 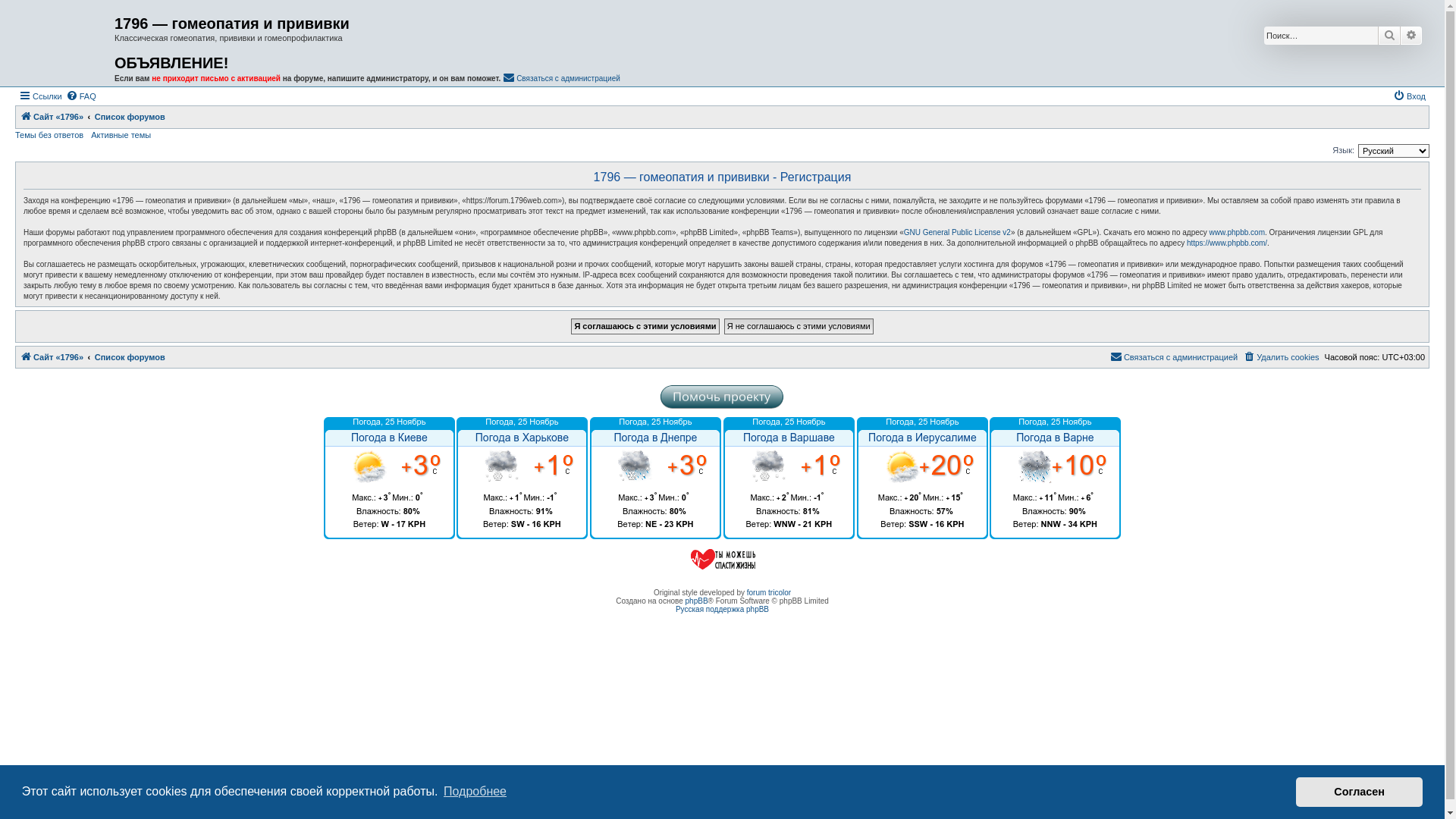 What do you see at coordinates (1226, 242) in the screenshot?
I see `'https://www.phpbb.com/'` at bounding box center [1226, 242].